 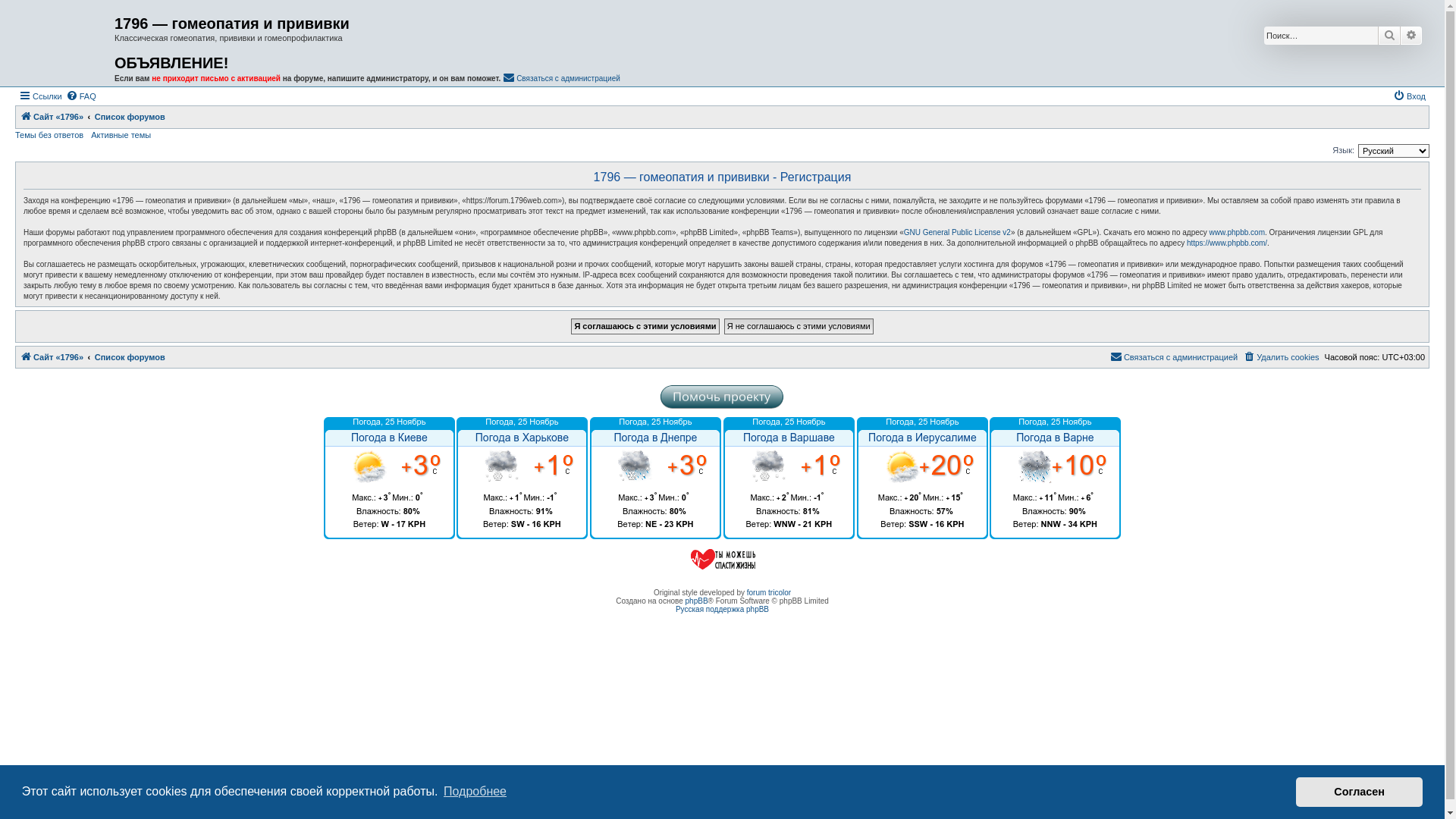 What do you see at coordinates (1226, 242) in the screenshot?
I see `'https://www.phpbb.com/'` at bounding box center [1226, 242].